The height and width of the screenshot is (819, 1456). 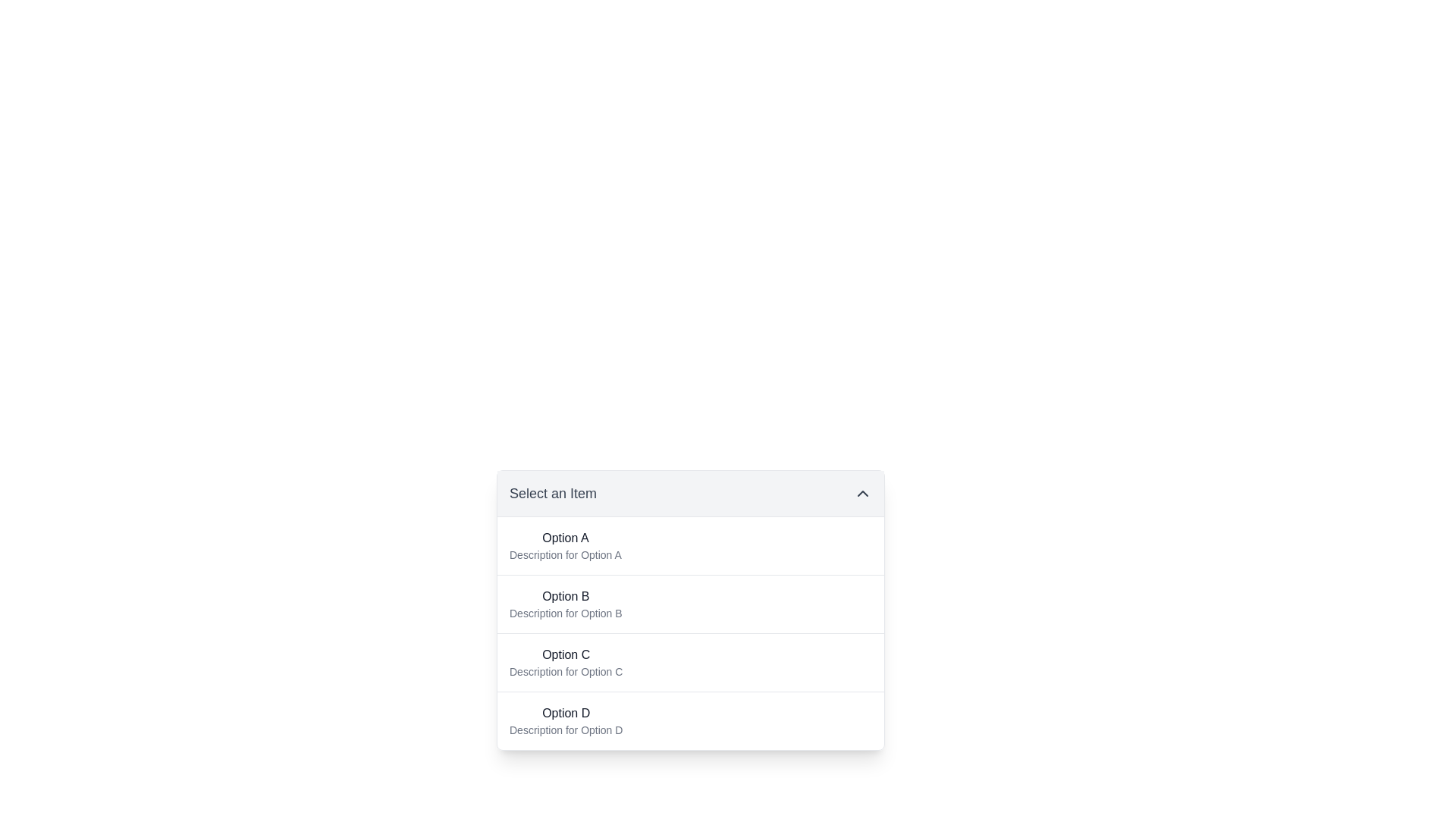 I want to click on the list item titled 'Option D' with the description 'Description for Option D', so click(x=565, y=720).